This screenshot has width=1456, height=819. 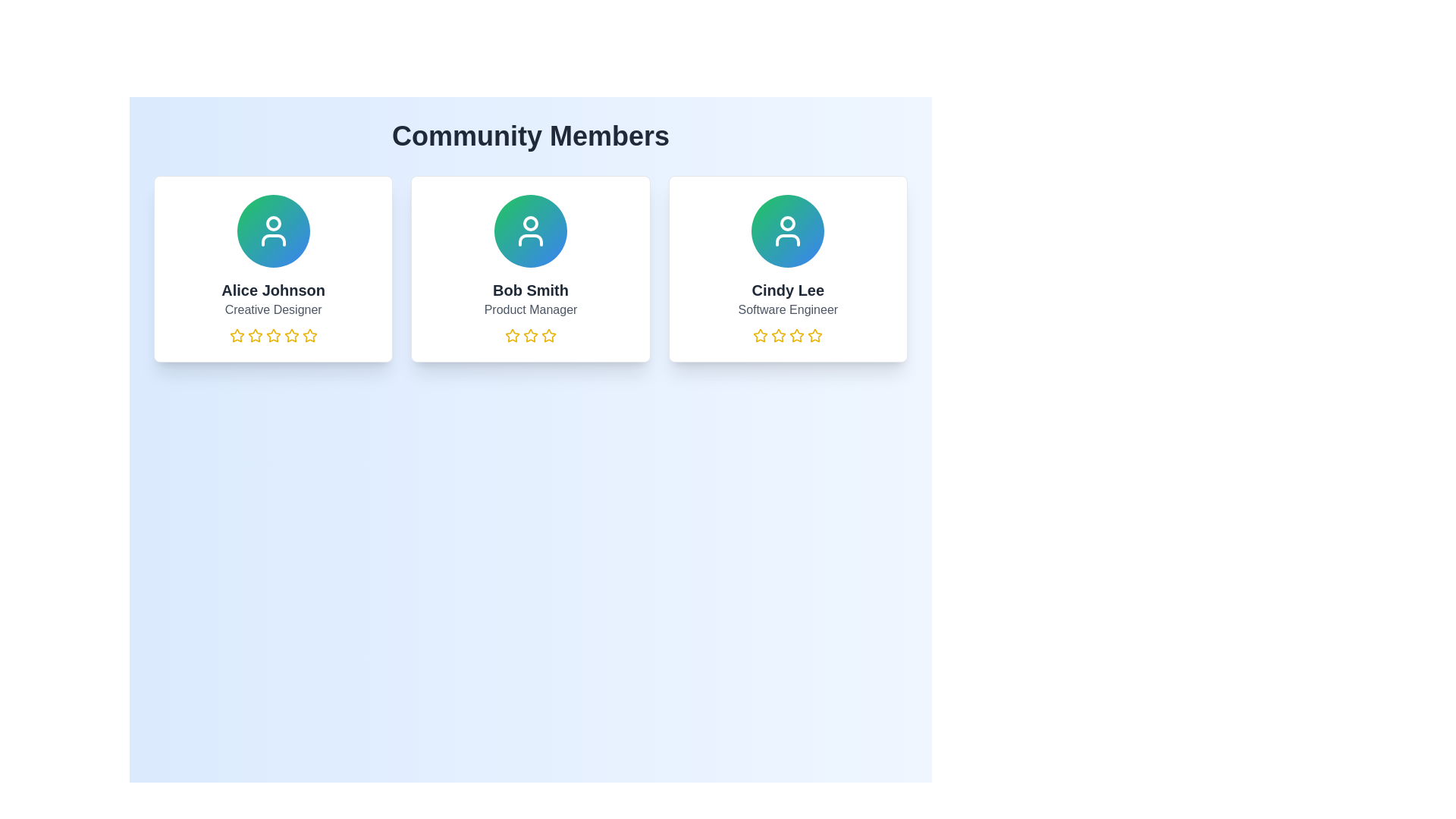 I want to click on the second star in the rating system under the profile card titled 'Alice Johnson, Creative Designer', so click(x=255, y=334).